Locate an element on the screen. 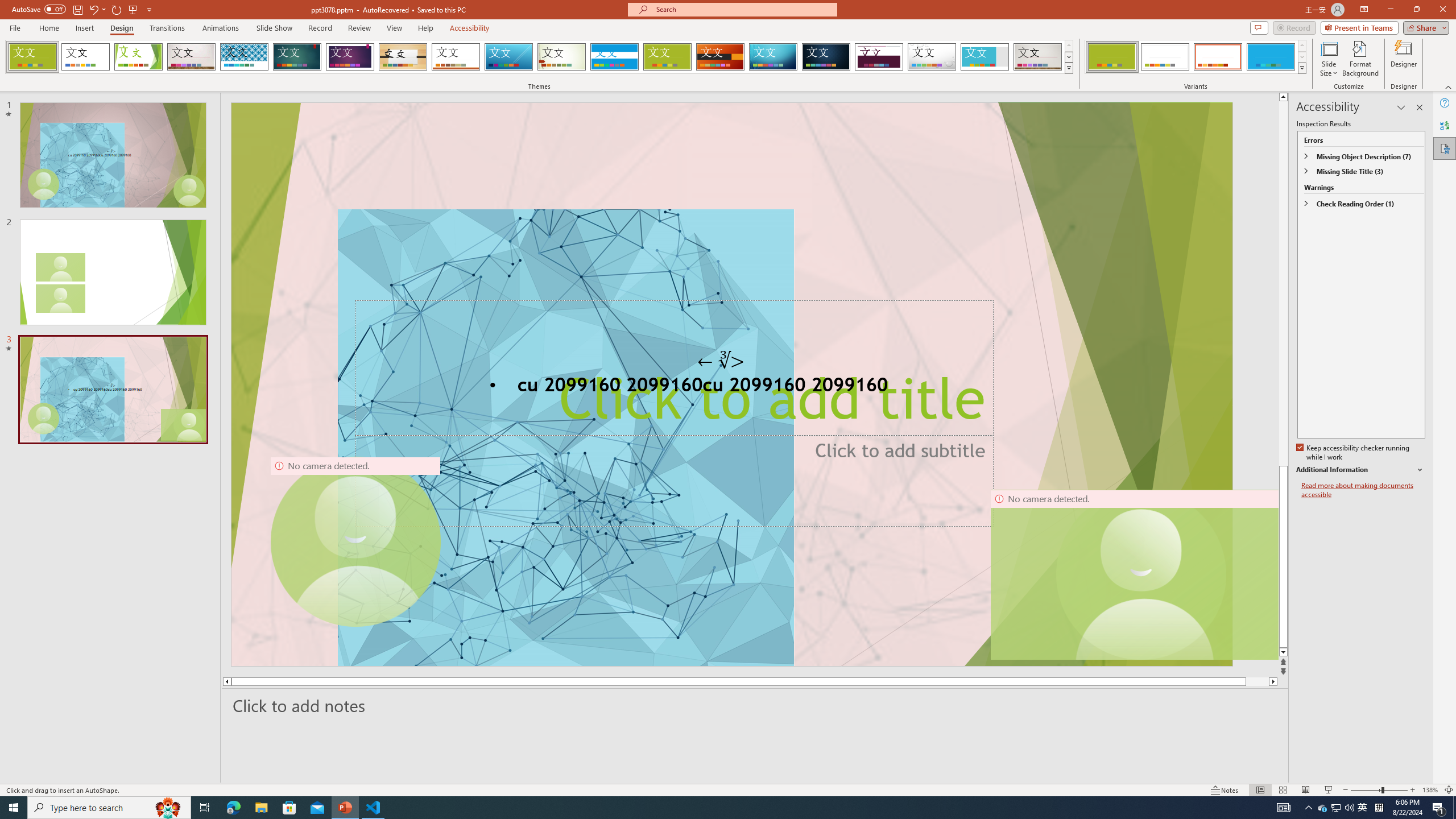  'Keep accessibility checker running while I work' is located at coordinates (1354, 453).